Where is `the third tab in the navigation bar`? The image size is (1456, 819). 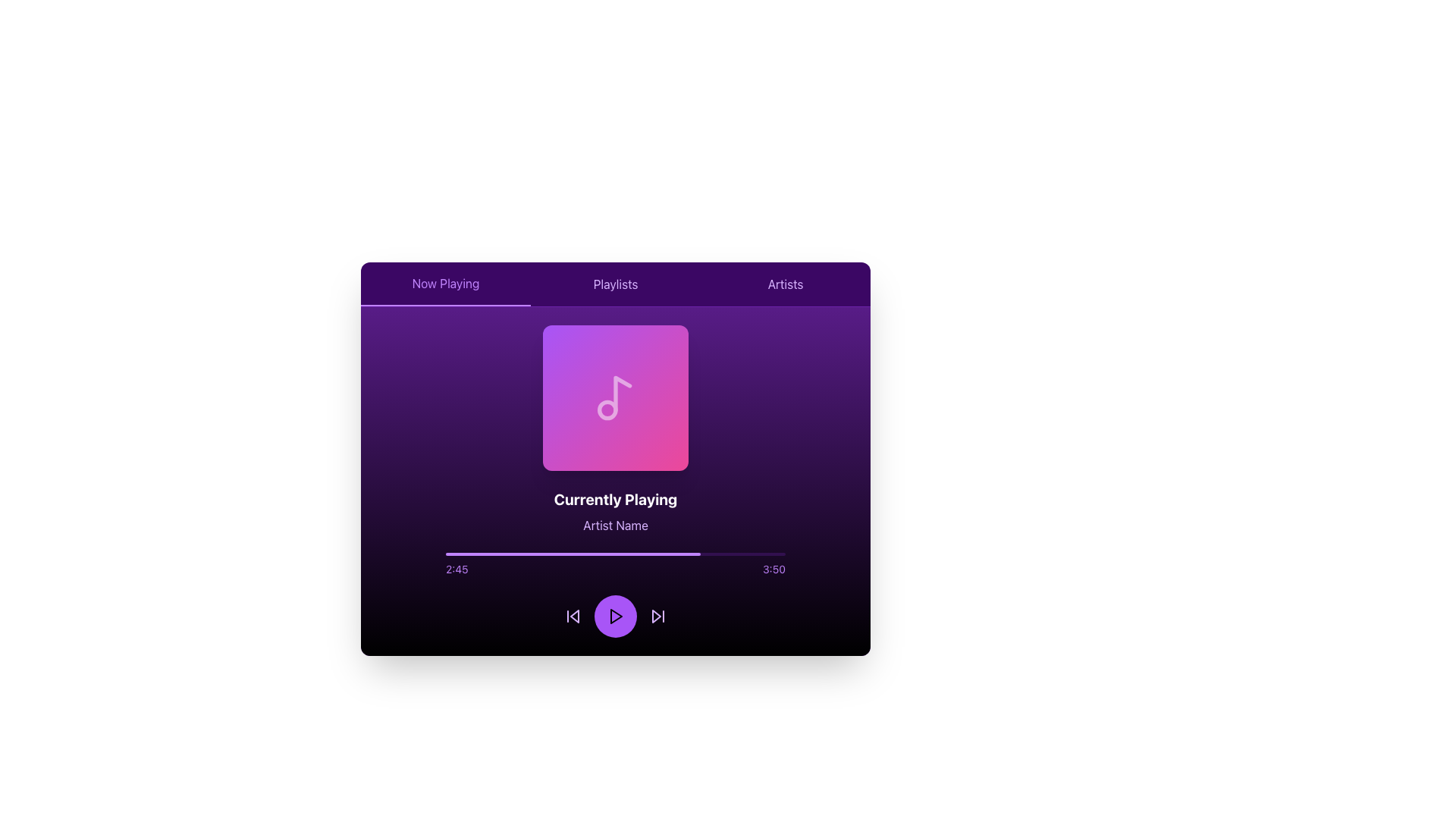
the third tab in the navigation bar is located at coordinates (786, 284).